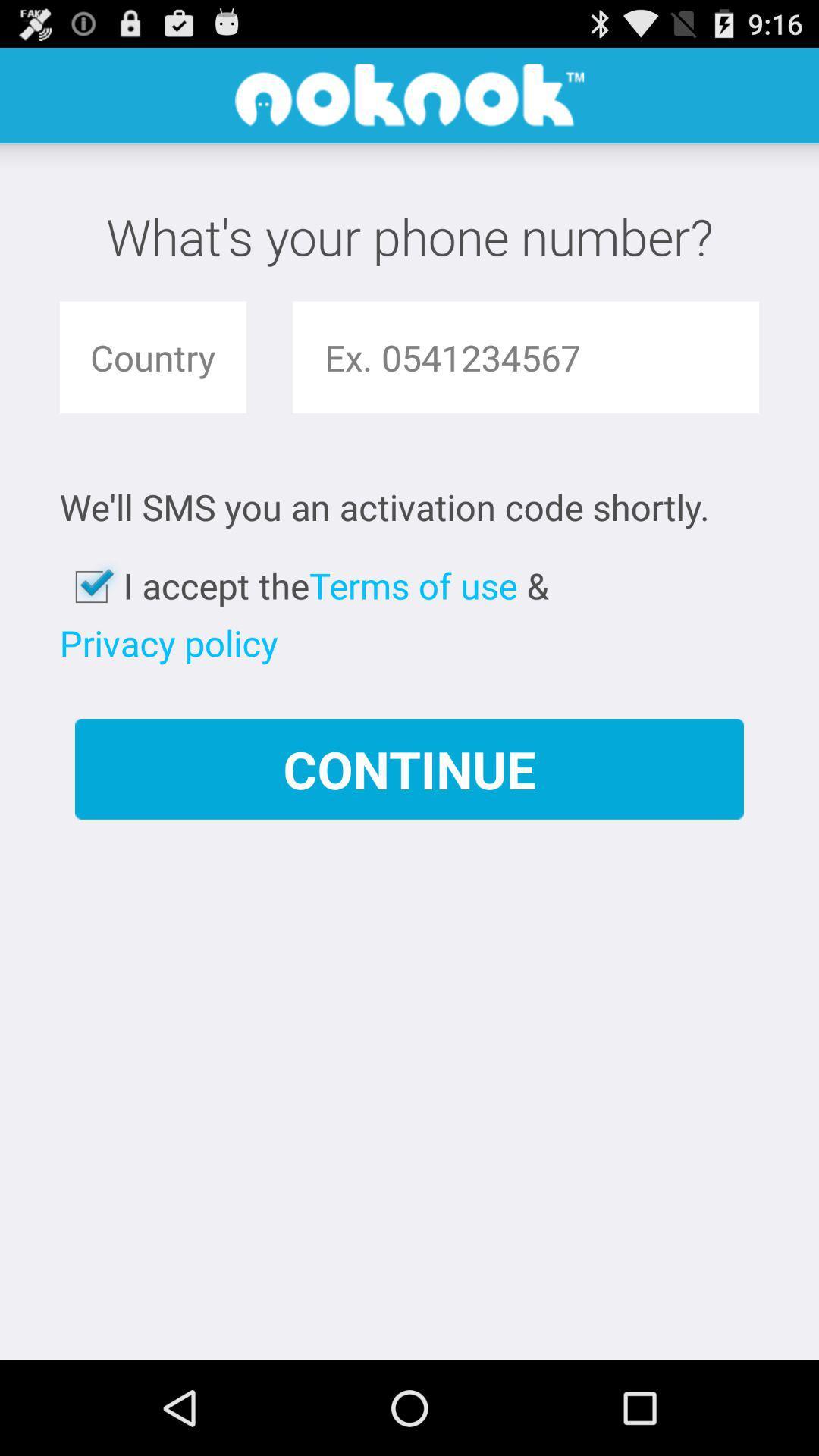 Image resolution: width=819 pixels, height=1456 pixels. What do you see at coordinates (413, 585) in the screenshot?
I see `terms of use` at bounding box center [413, 585].